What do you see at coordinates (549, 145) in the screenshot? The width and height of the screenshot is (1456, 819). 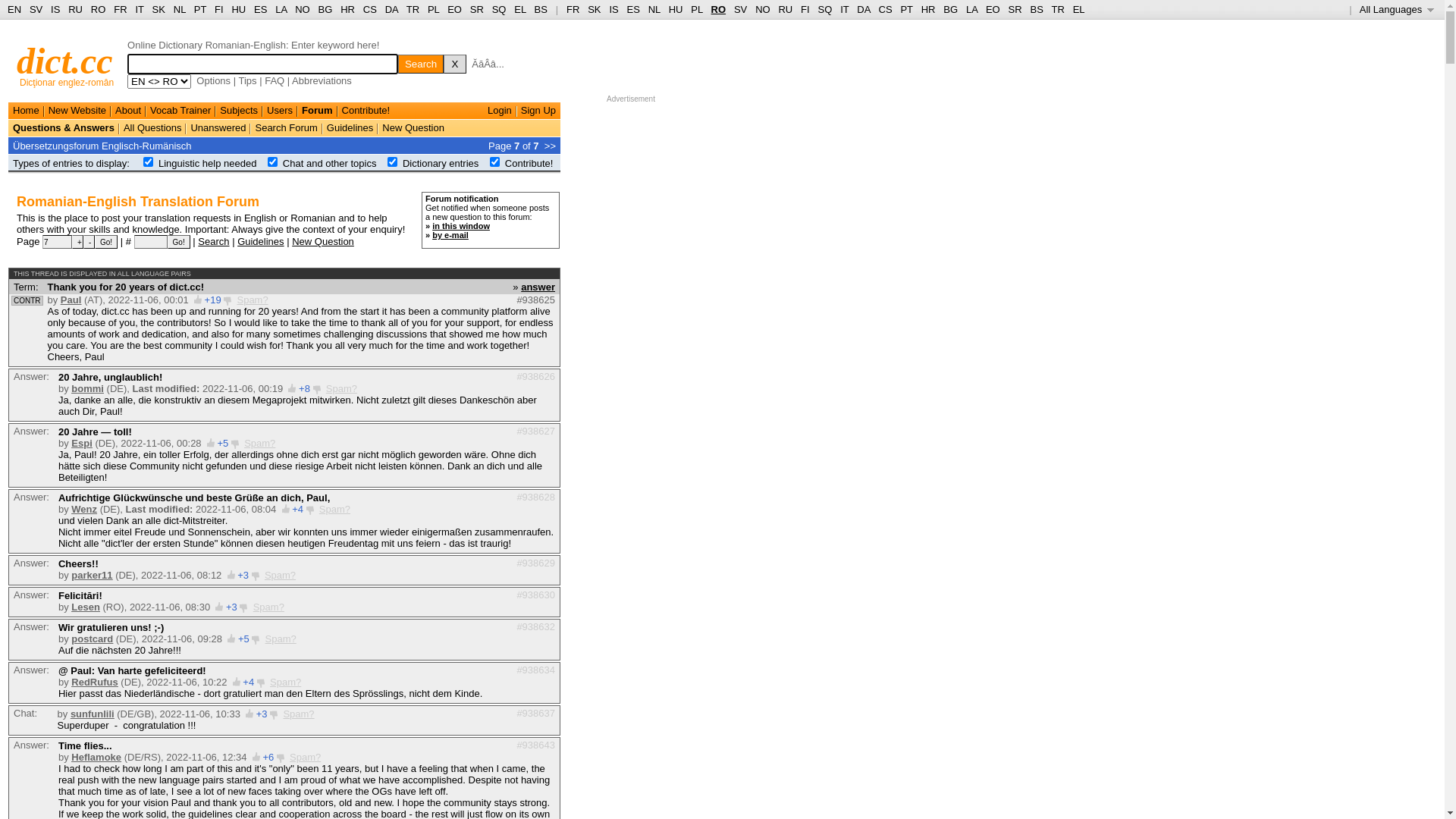 I see `'>>'` at bounding box center [549, 145].